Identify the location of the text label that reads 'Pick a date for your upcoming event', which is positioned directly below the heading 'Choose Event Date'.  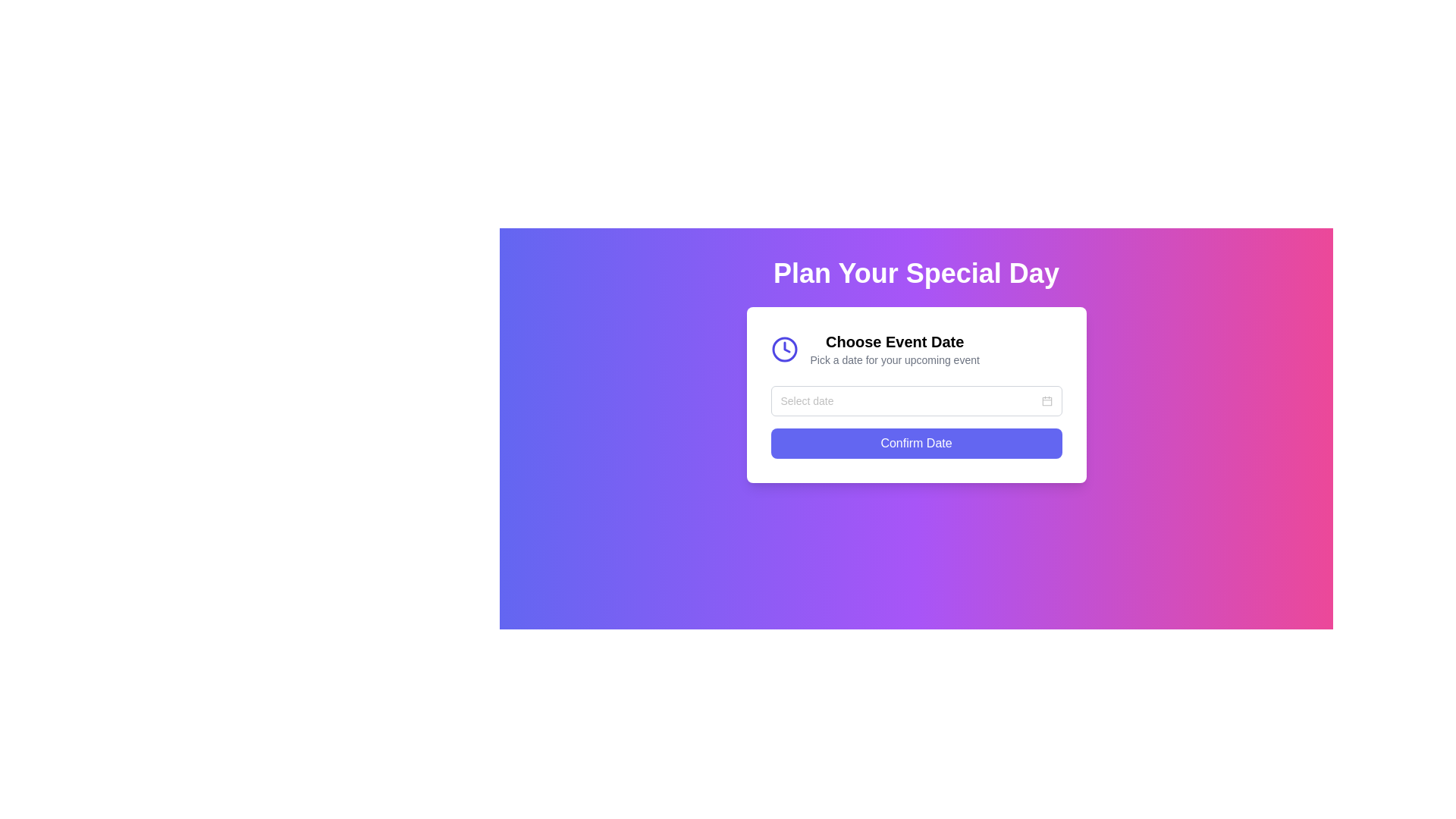
(895, 359).